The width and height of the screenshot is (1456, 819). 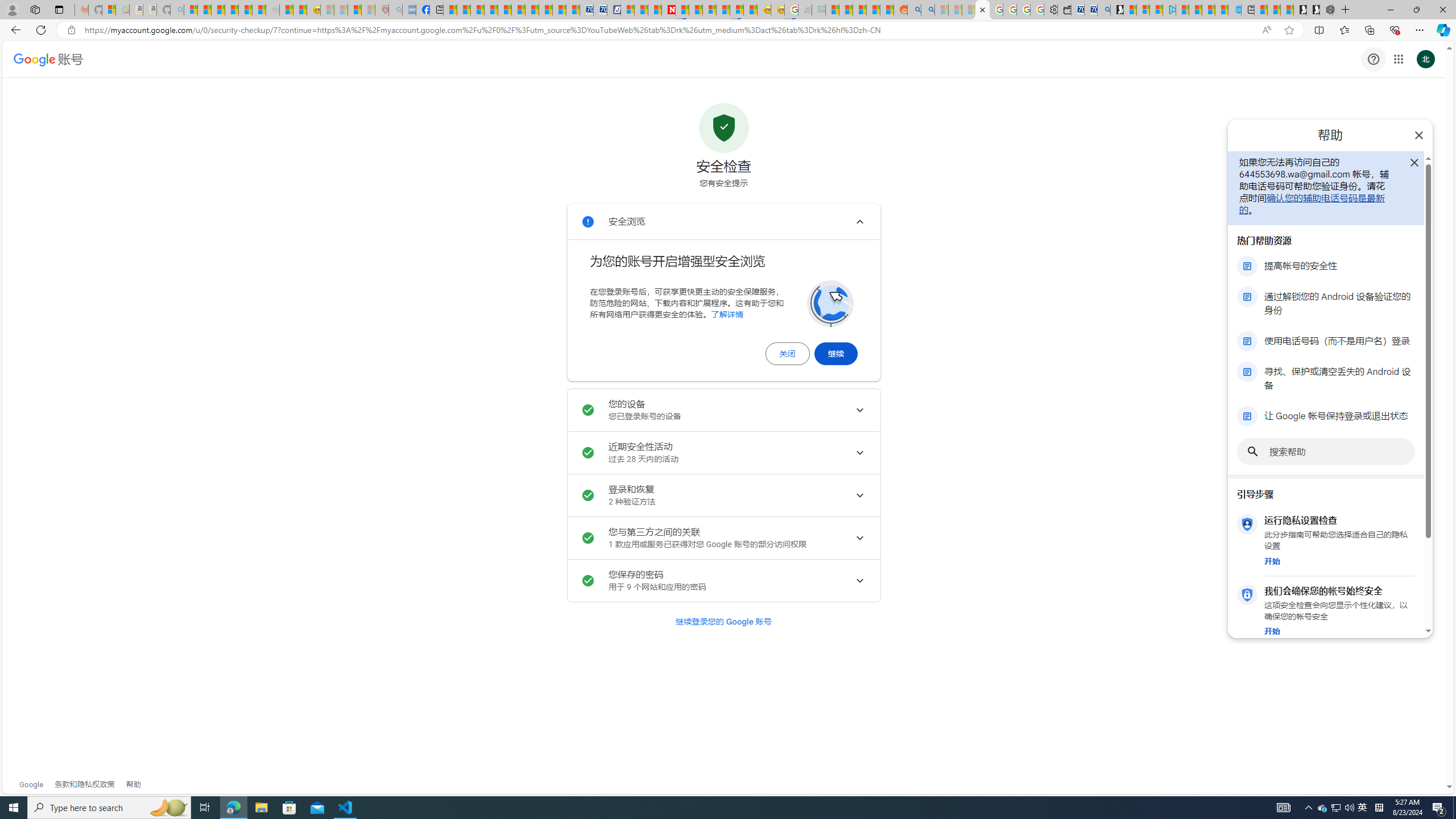 I want to click on 'Student Loan Update: Forgiveness Program Ends This Month', so click(x=874, y=9).